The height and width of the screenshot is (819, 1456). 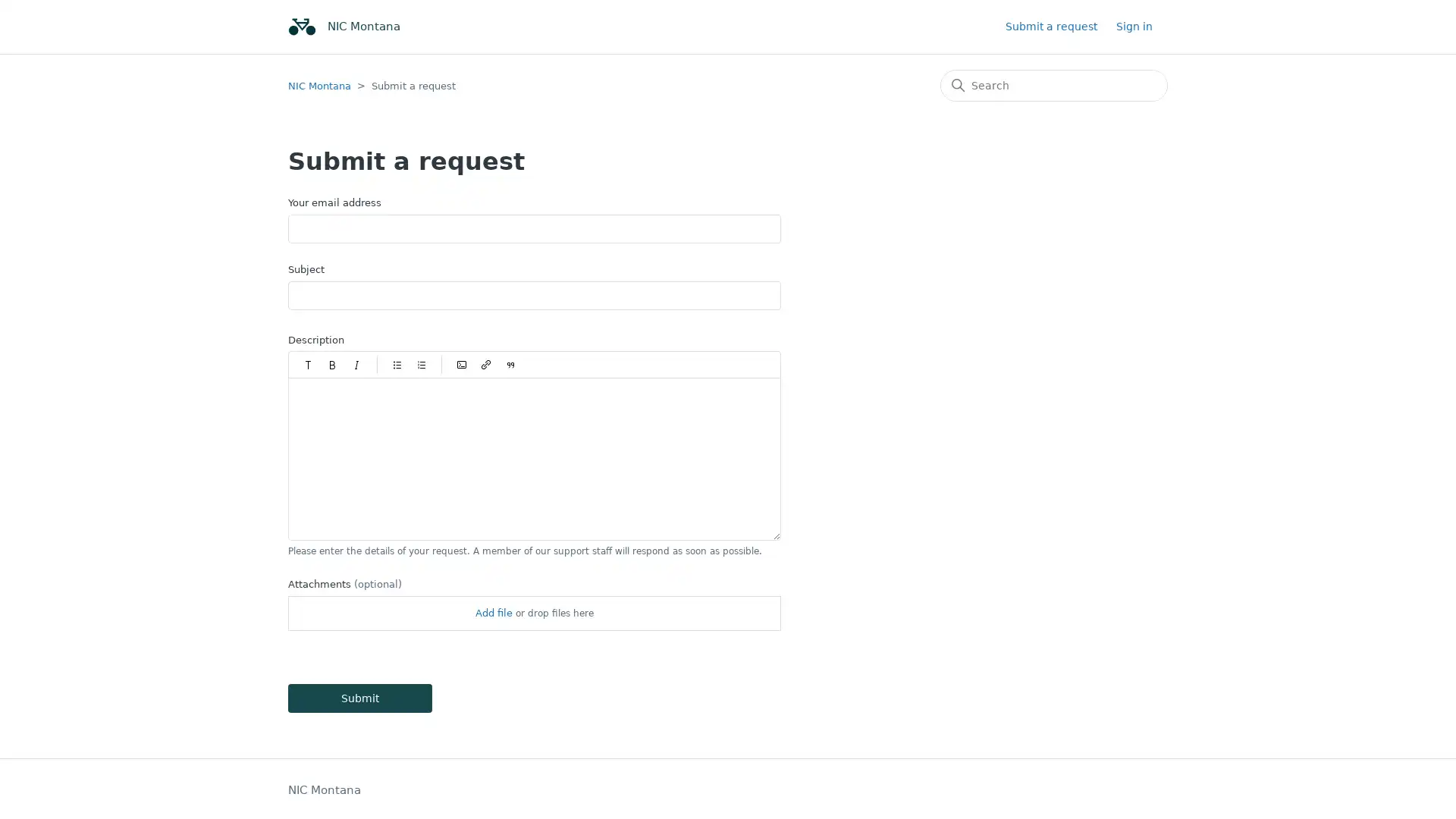 What do you see at coordinates (461, 365) in the screenshot?
I see `Code block` at bounding box center [461, 365].